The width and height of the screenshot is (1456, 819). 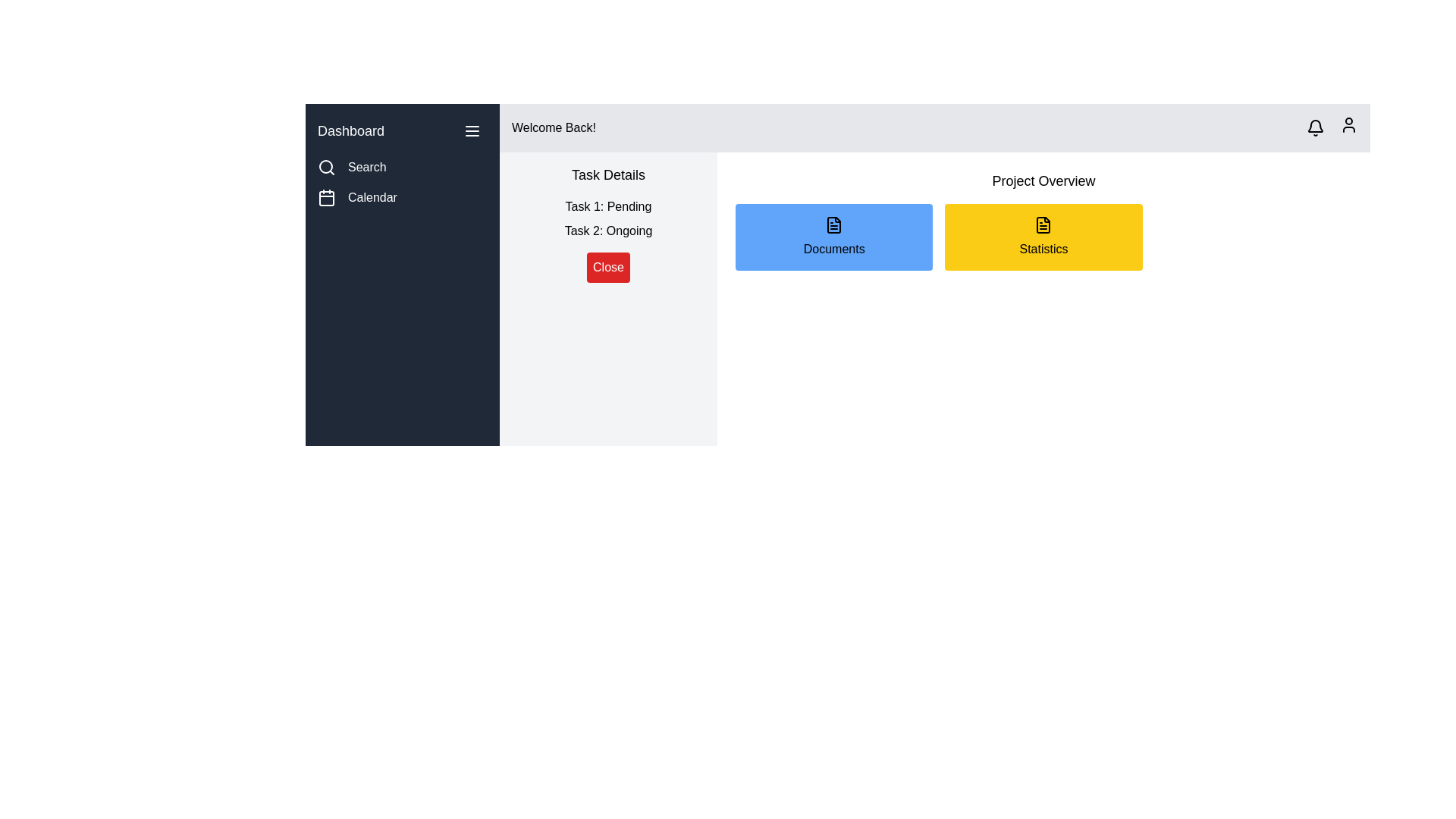 I want to click on the magnifying glass icon located on the left sidebar, near the top, adjacent to the text 'Search', so click(x=326, y=167).